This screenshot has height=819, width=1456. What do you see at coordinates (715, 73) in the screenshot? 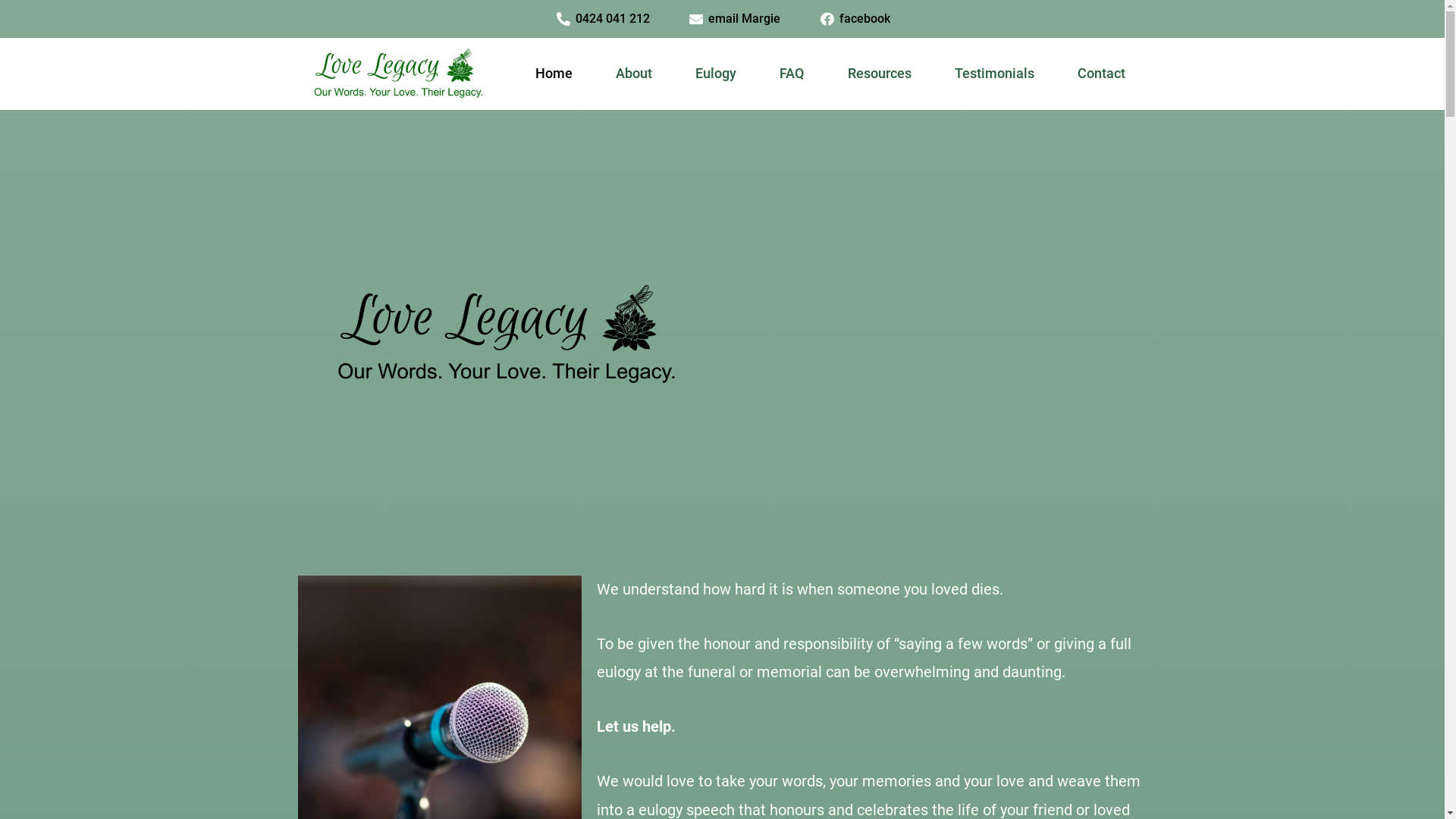
I see `'Eulogy'` at bounding box center [715, 73].